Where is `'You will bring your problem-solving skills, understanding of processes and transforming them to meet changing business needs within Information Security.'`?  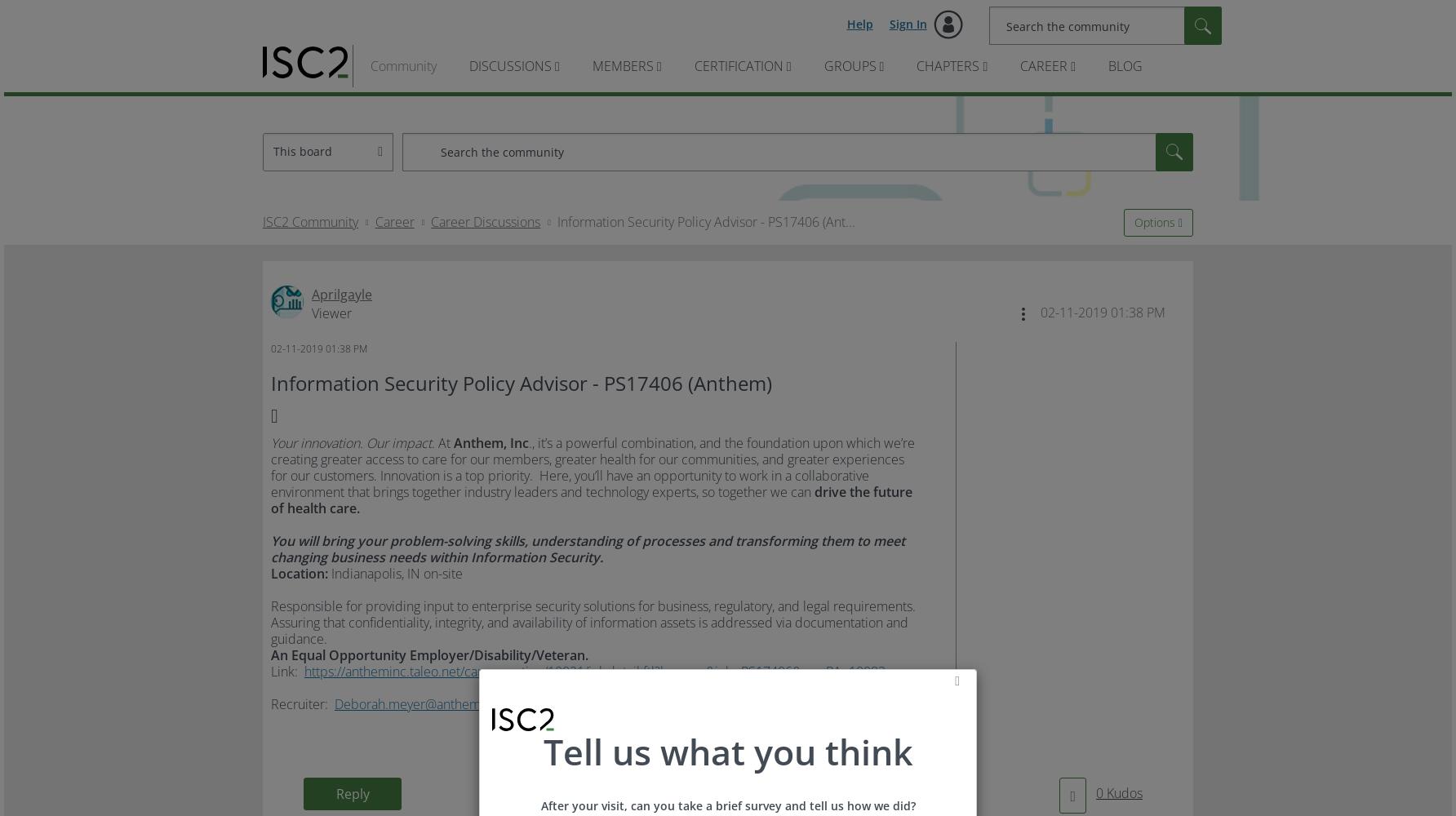
'You will bring your problem-solving skills, understanding of processes and transforming them to meet changing business needs within Information Security.' is located at coordinates (271, 549).